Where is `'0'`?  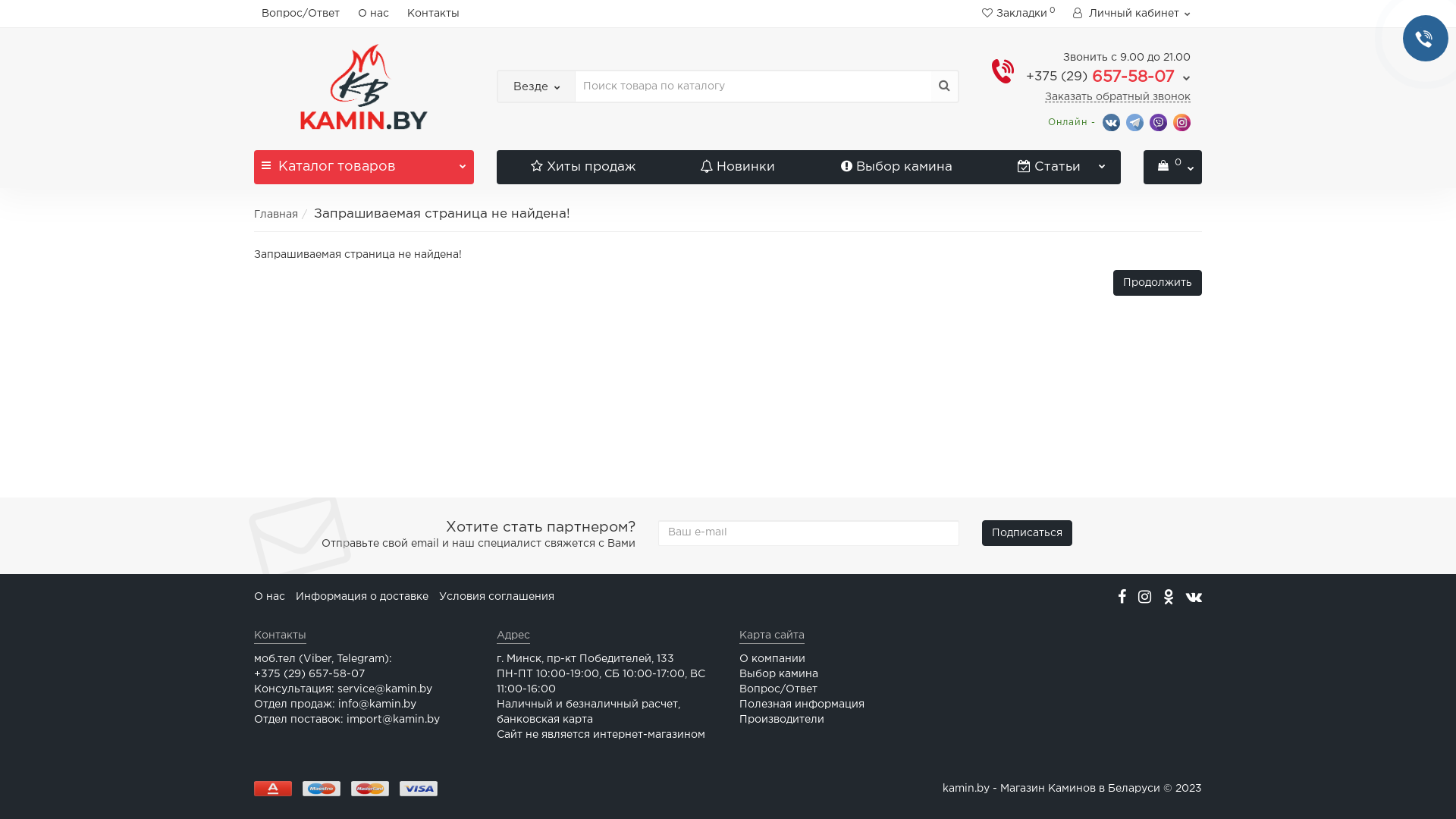 '0' is located at coordinates (1172, 167).